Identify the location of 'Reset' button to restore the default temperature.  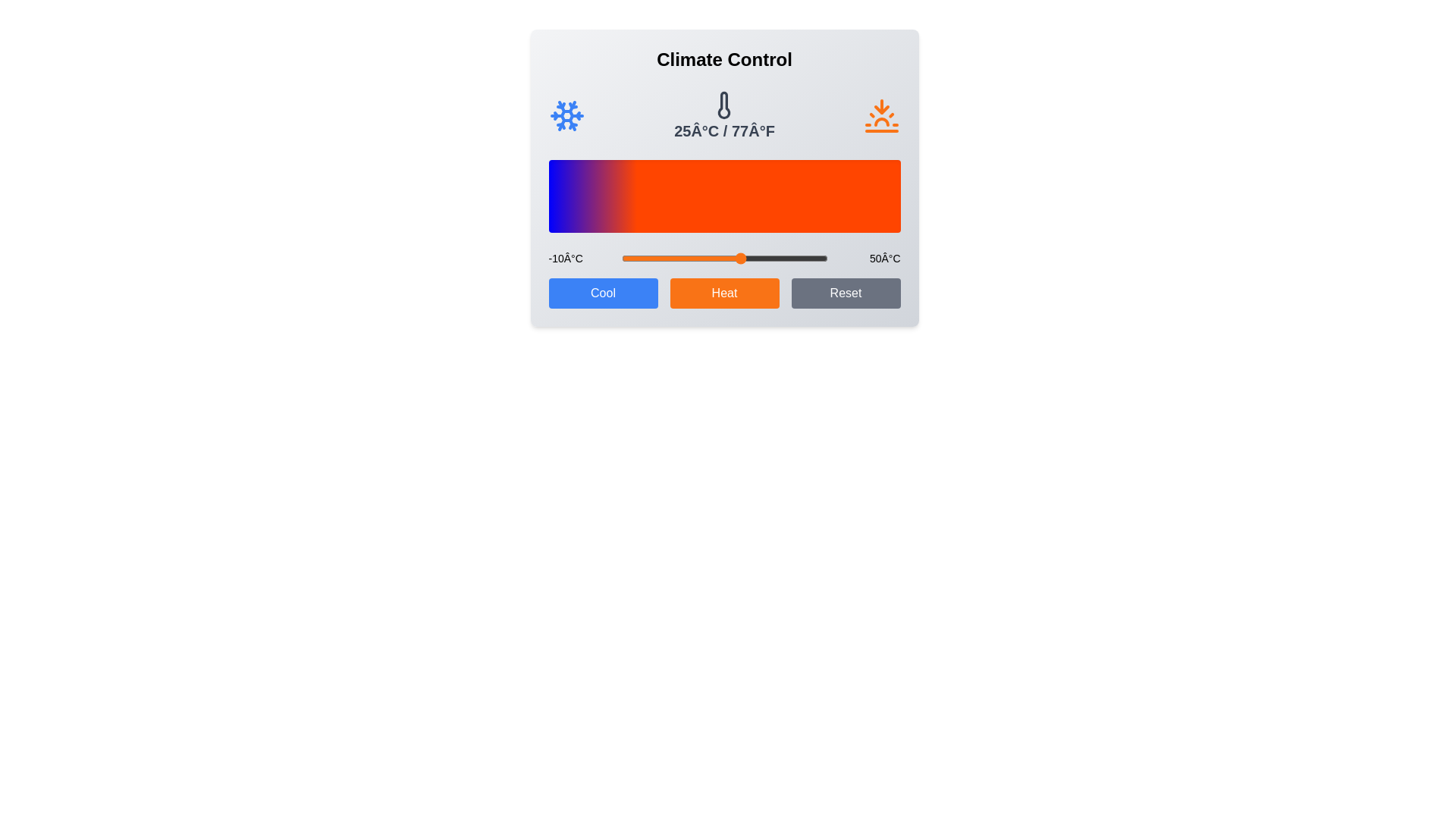
(845, 293).